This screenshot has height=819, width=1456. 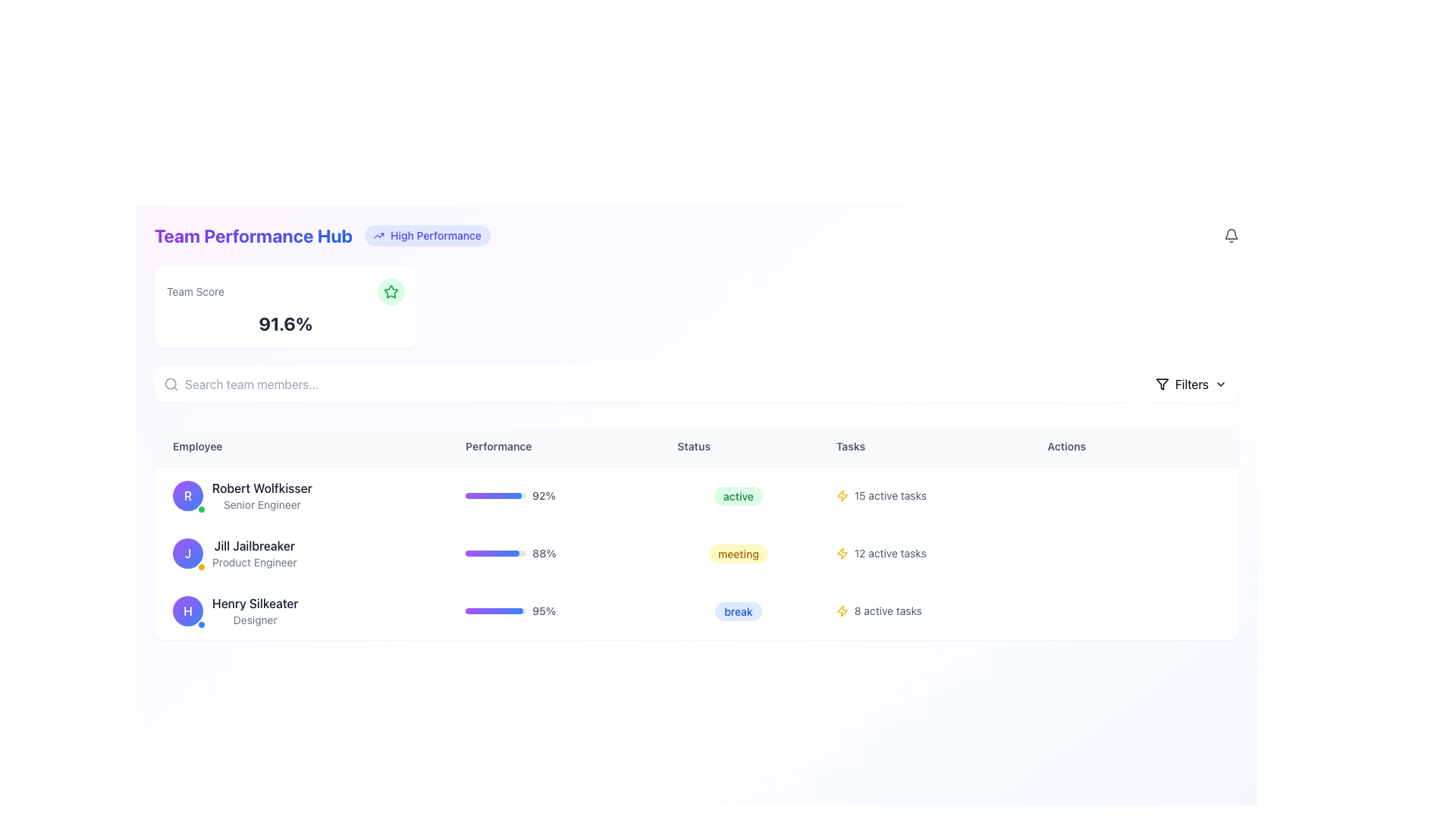 What do you see at coordinates (1134, 553) in the screenshot?
I see `the blank cell in the 'Actions' column of the table corresponding to 'Jill Jailbreaker', located at the rightmost side of the row, adjacent to the 'Tasks' column showing '12 active tasks'` at bounding box center [1134, 553].